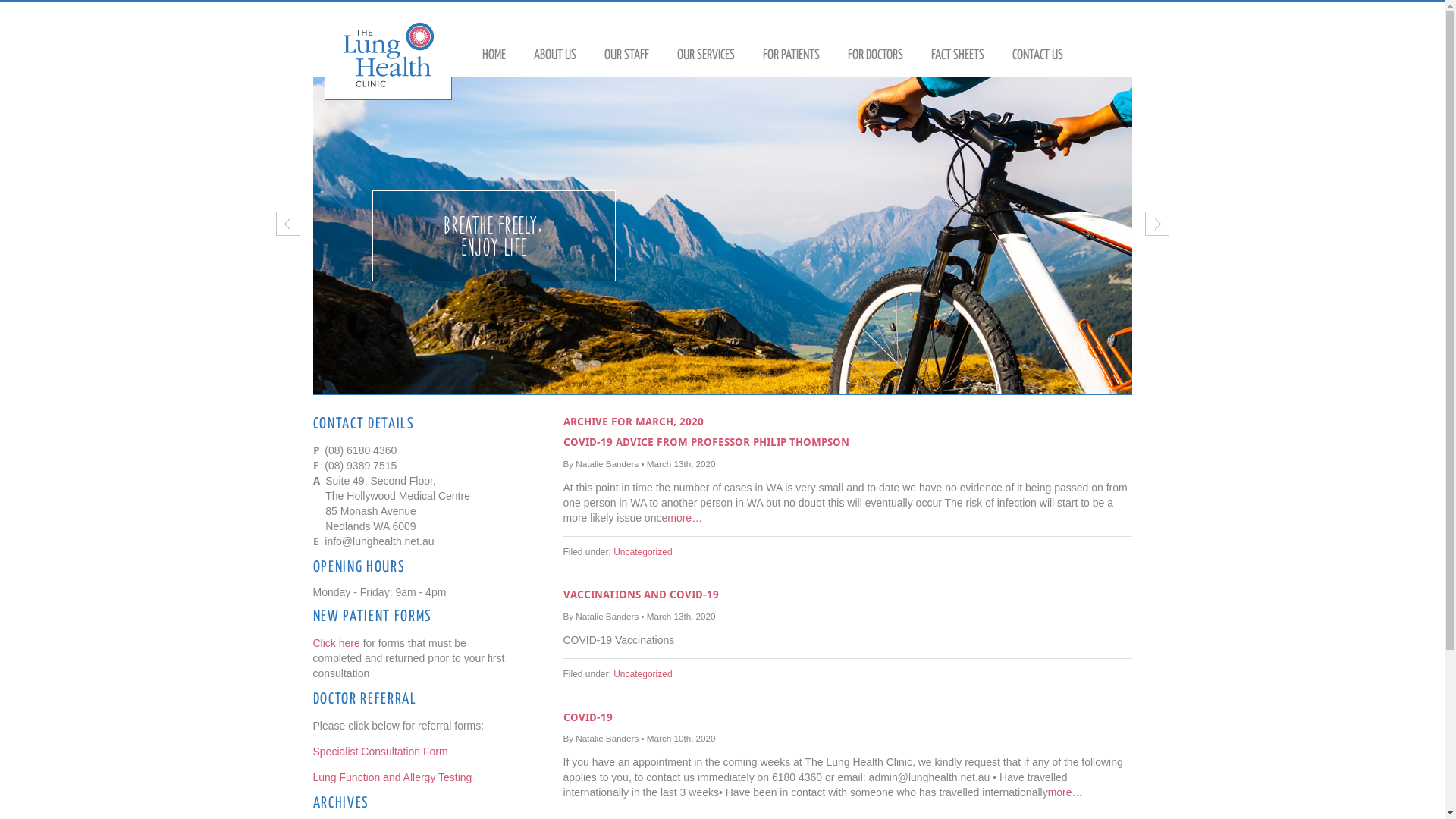 The image size is (1456, 819). Describe the element at coordinates (1037, 55) in the screenshot. I see `'CONTACT US'` at that location.